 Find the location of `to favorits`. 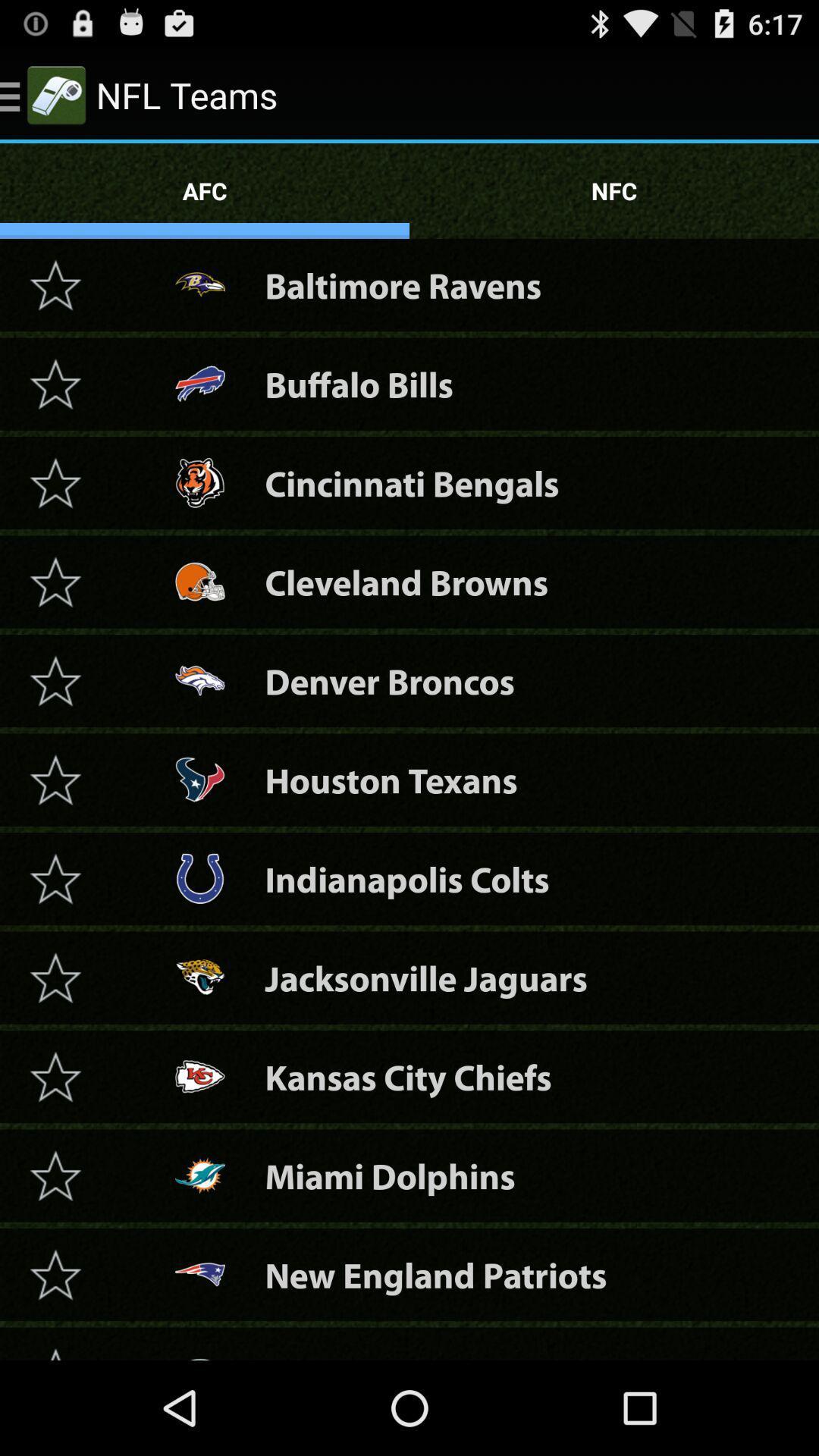

to favorits is located at coordinates (55, 977).